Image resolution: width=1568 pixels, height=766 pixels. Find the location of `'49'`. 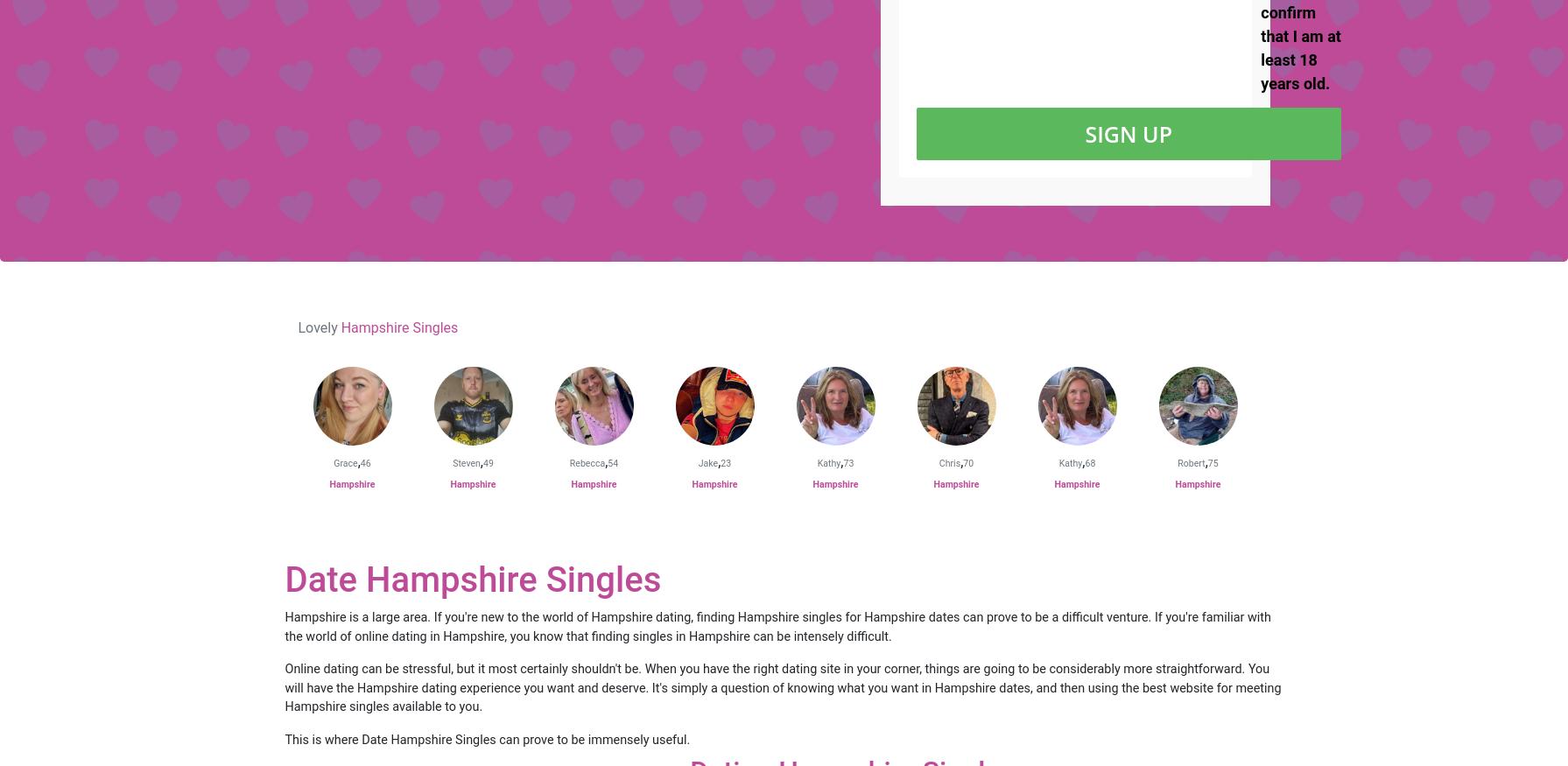

'49' is located at coordinates (482, 462).